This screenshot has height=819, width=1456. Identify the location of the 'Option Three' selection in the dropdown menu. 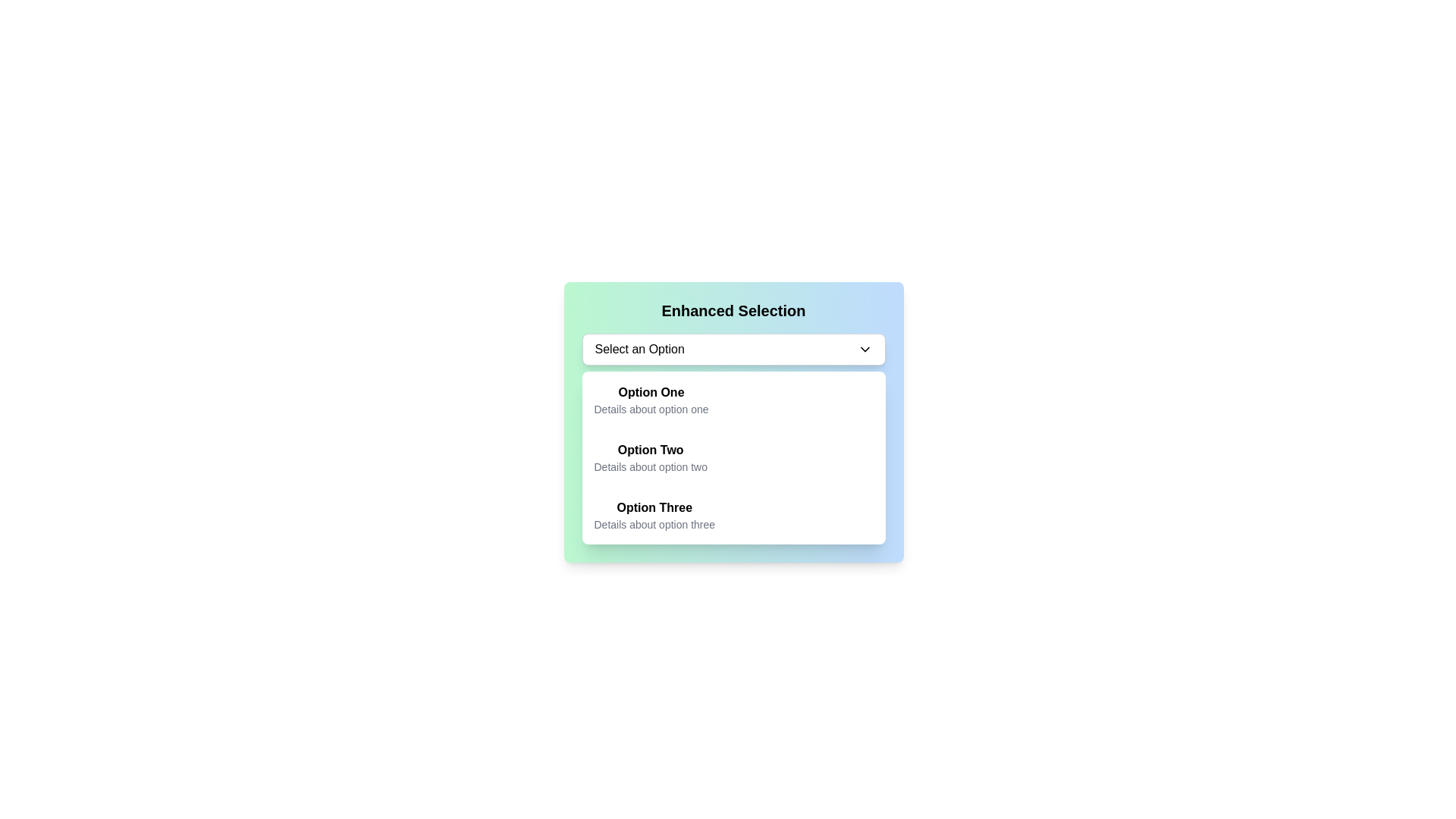
(654, 514).